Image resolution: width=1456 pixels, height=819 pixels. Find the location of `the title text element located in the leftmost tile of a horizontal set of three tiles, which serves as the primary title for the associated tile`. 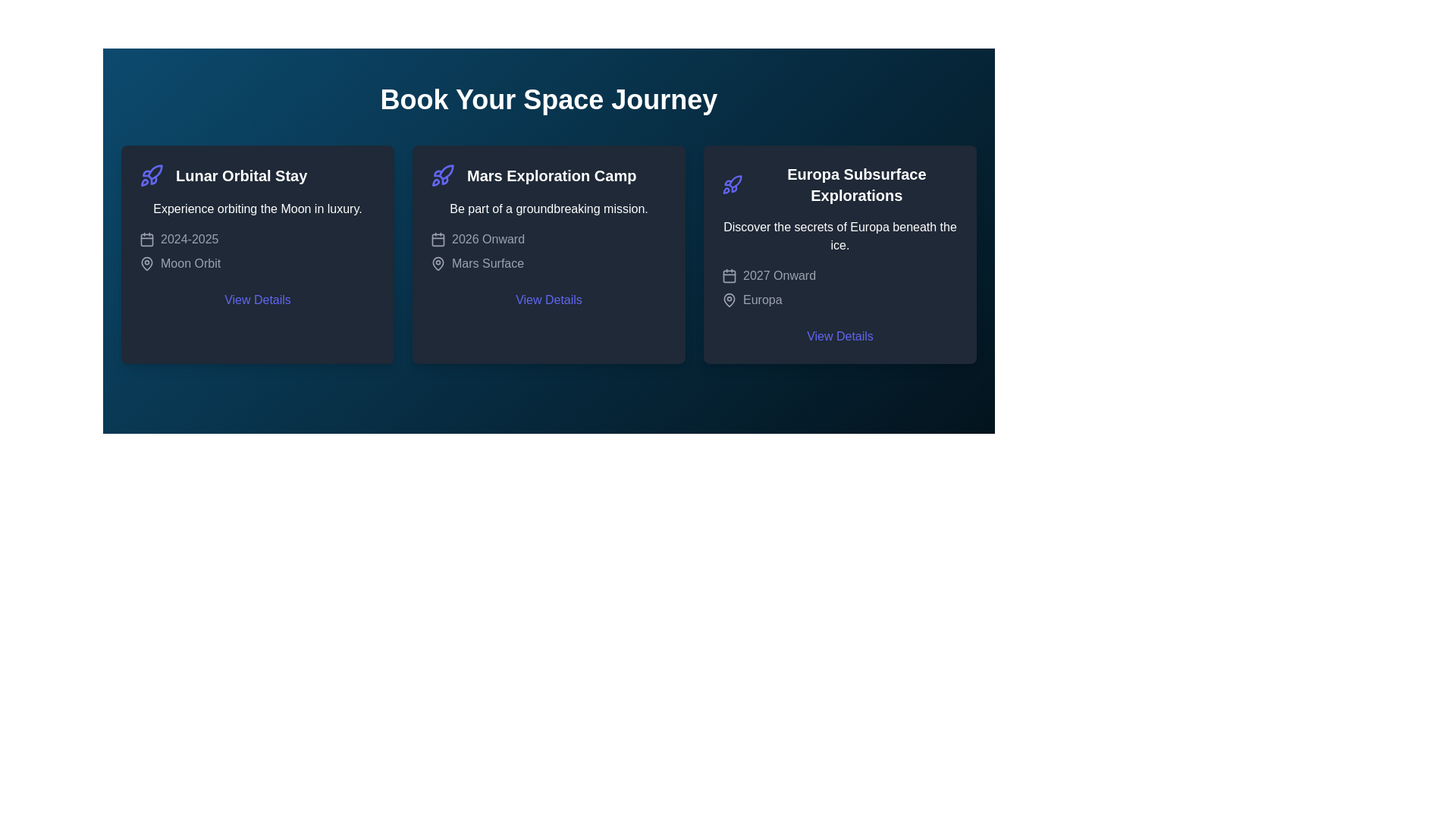

the title text element located in the leftmost tile of a horizontal set of three tiles, which serves as the primary title for the associated tile is located at coordinates (240, 174).